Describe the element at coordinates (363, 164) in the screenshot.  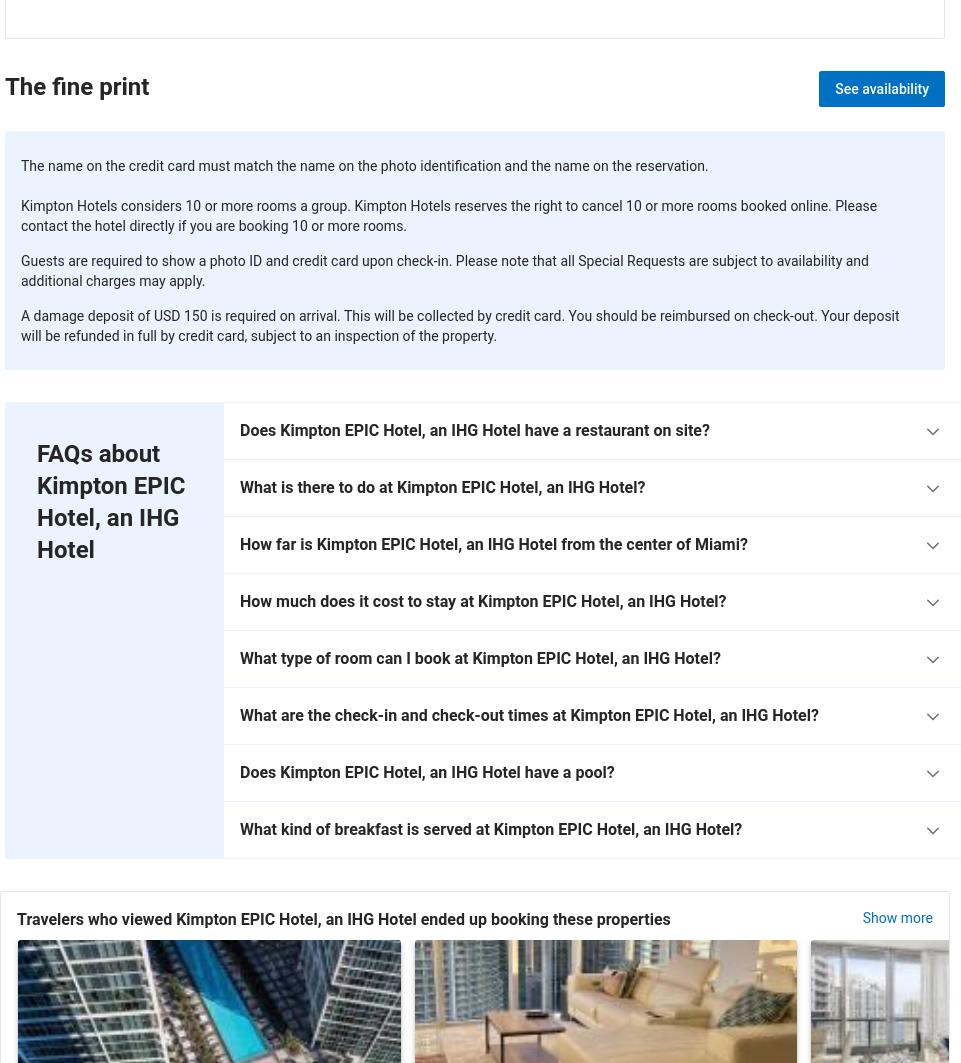
I see `'The name on the credit card must match the name on the photo identification and the name on the reservation.'` at that location.